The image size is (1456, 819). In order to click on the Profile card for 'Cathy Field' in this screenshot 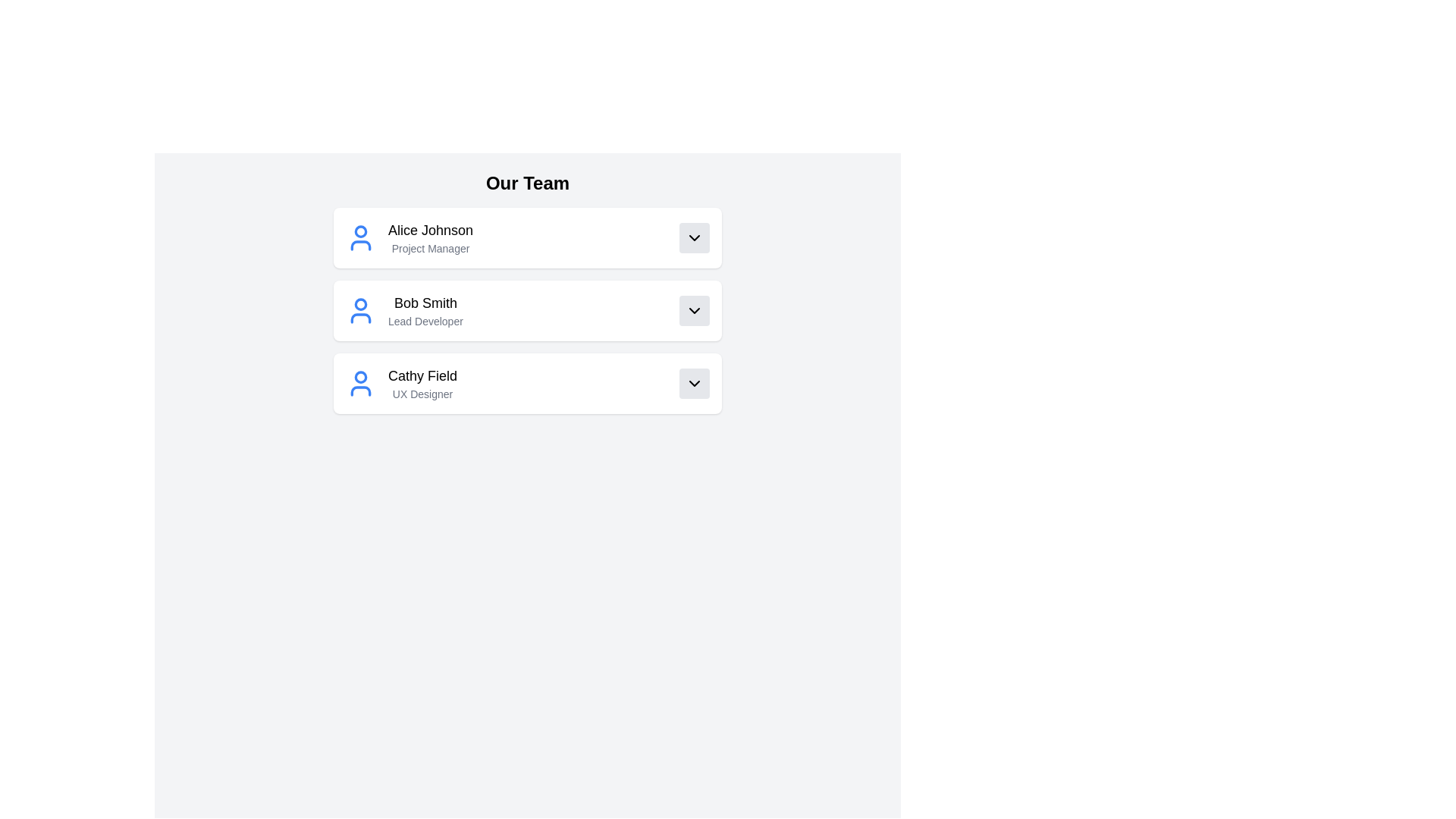, I will do `click(528, 382)`.